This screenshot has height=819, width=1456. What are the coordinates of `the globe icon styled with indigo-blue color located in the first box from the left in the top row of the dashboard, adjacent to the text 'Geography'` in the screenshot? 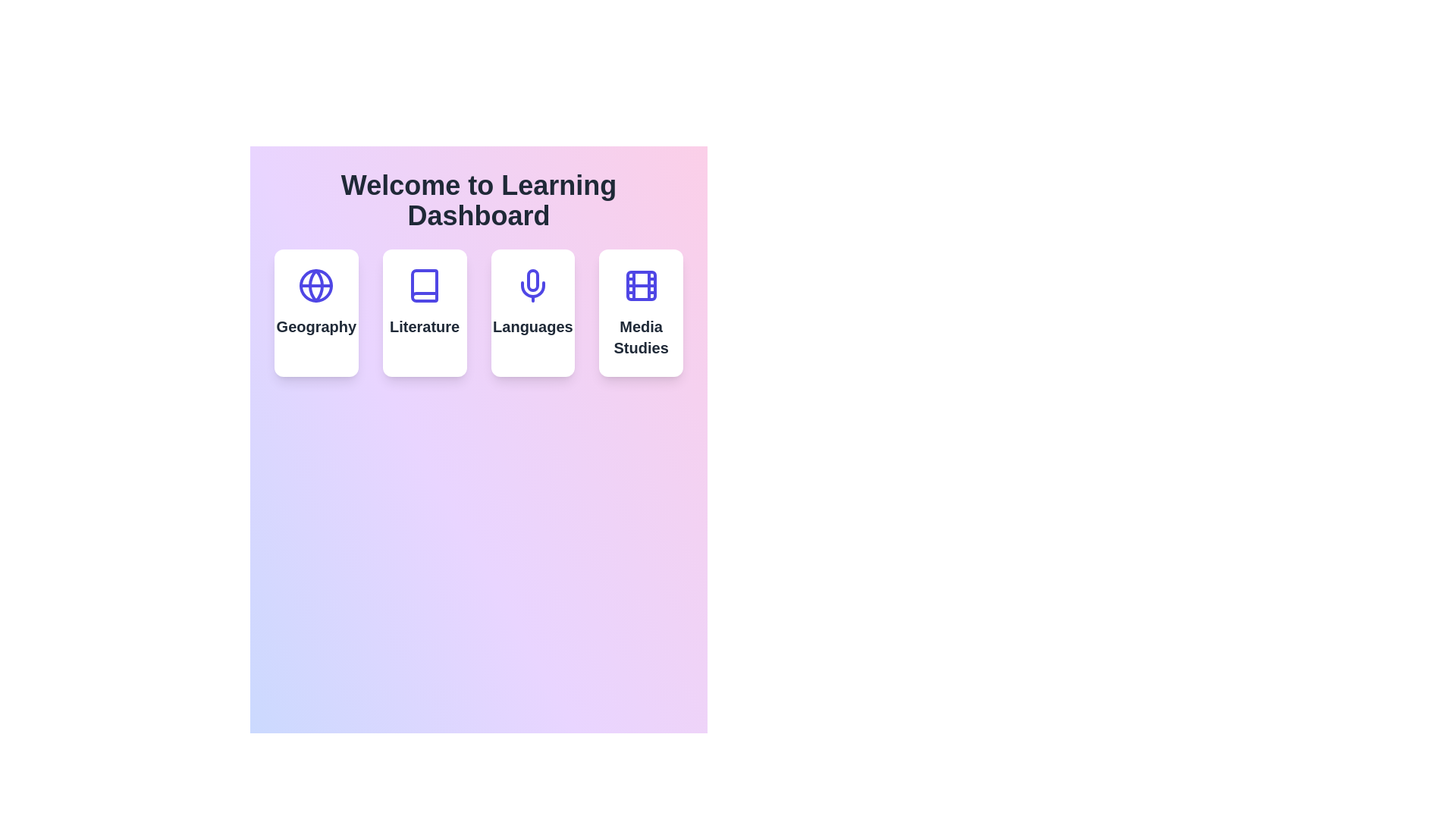 It's located at (315, 286).